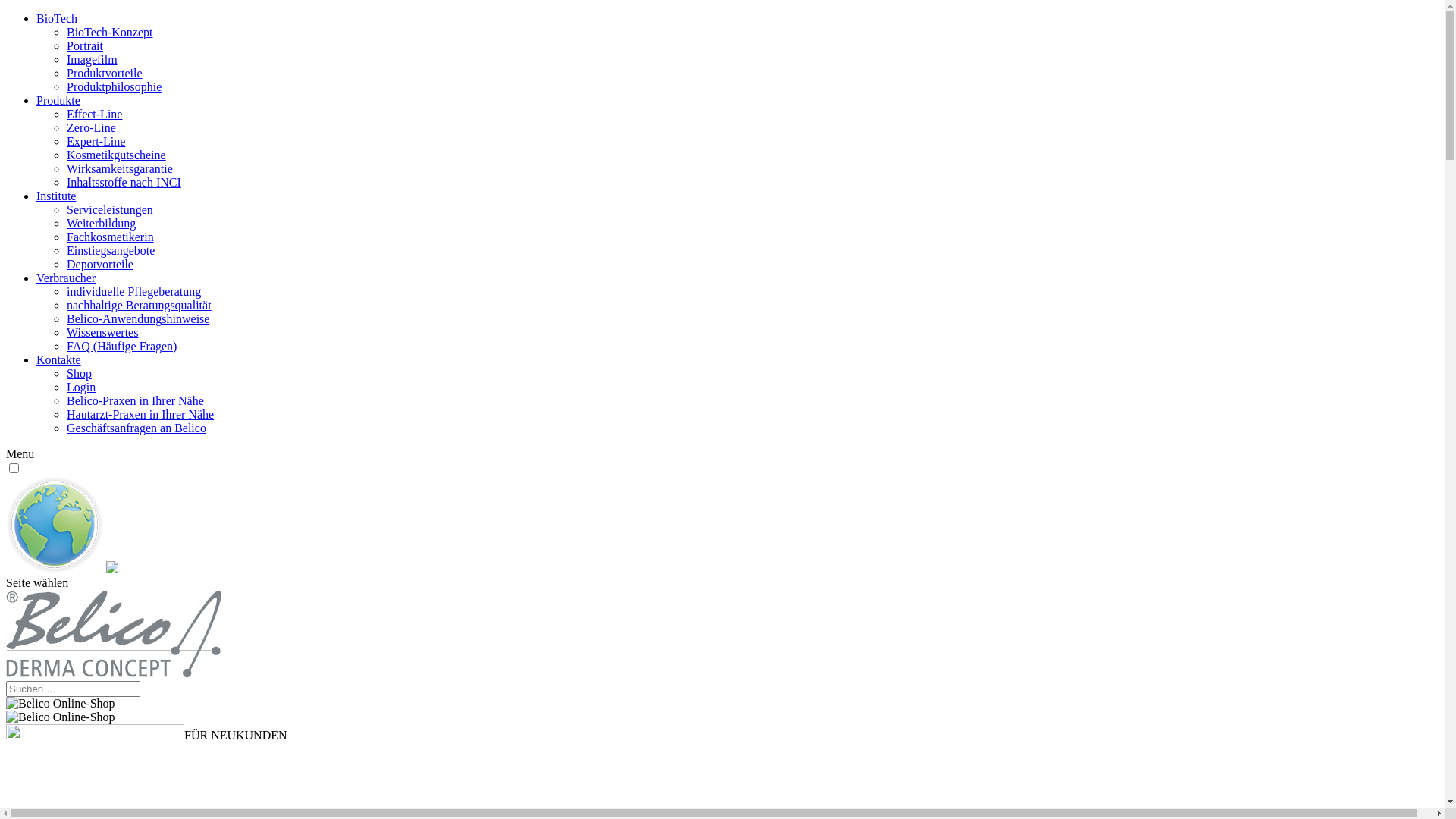 This screenshot has width=1456, height=819. Describe the element at coordinates (108, 209) in the screenshot. I see `'Serviceleistungen'` at that location.